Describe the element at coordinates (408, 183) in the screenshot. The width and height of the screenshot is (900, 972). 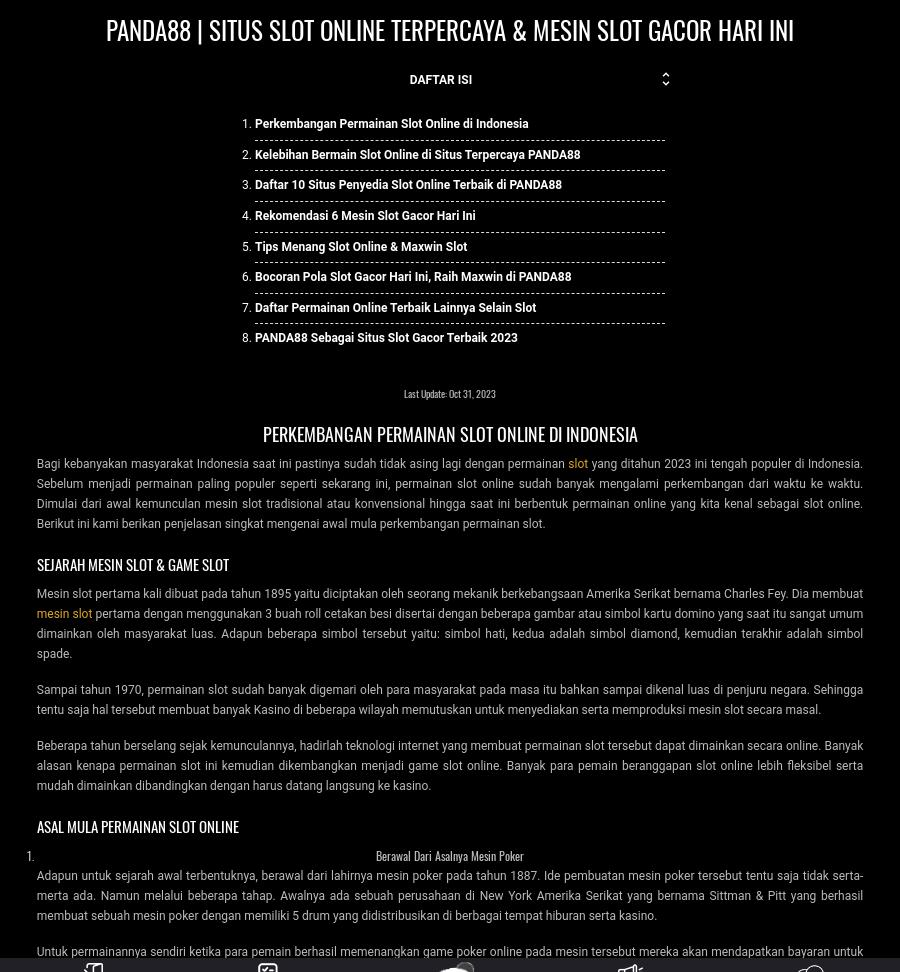
I see `'Daftar 10 Situs Penyedia Slot Online Terbaik di PANDA88'` at that location.